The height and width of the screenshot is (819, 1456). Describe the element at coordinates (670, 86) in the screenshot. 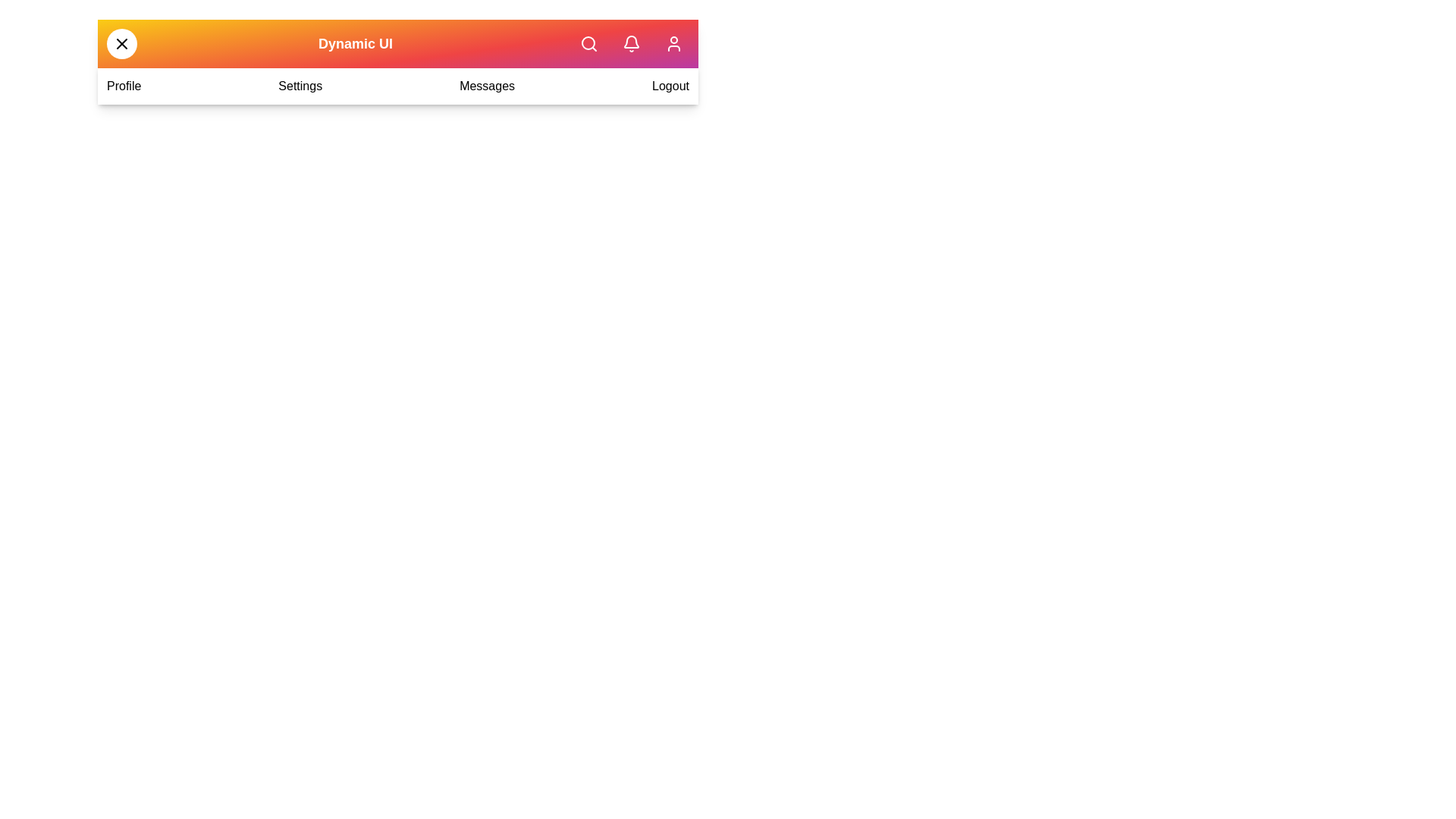

I see `the 'Logout' menu item in the navigation bar` at that location.